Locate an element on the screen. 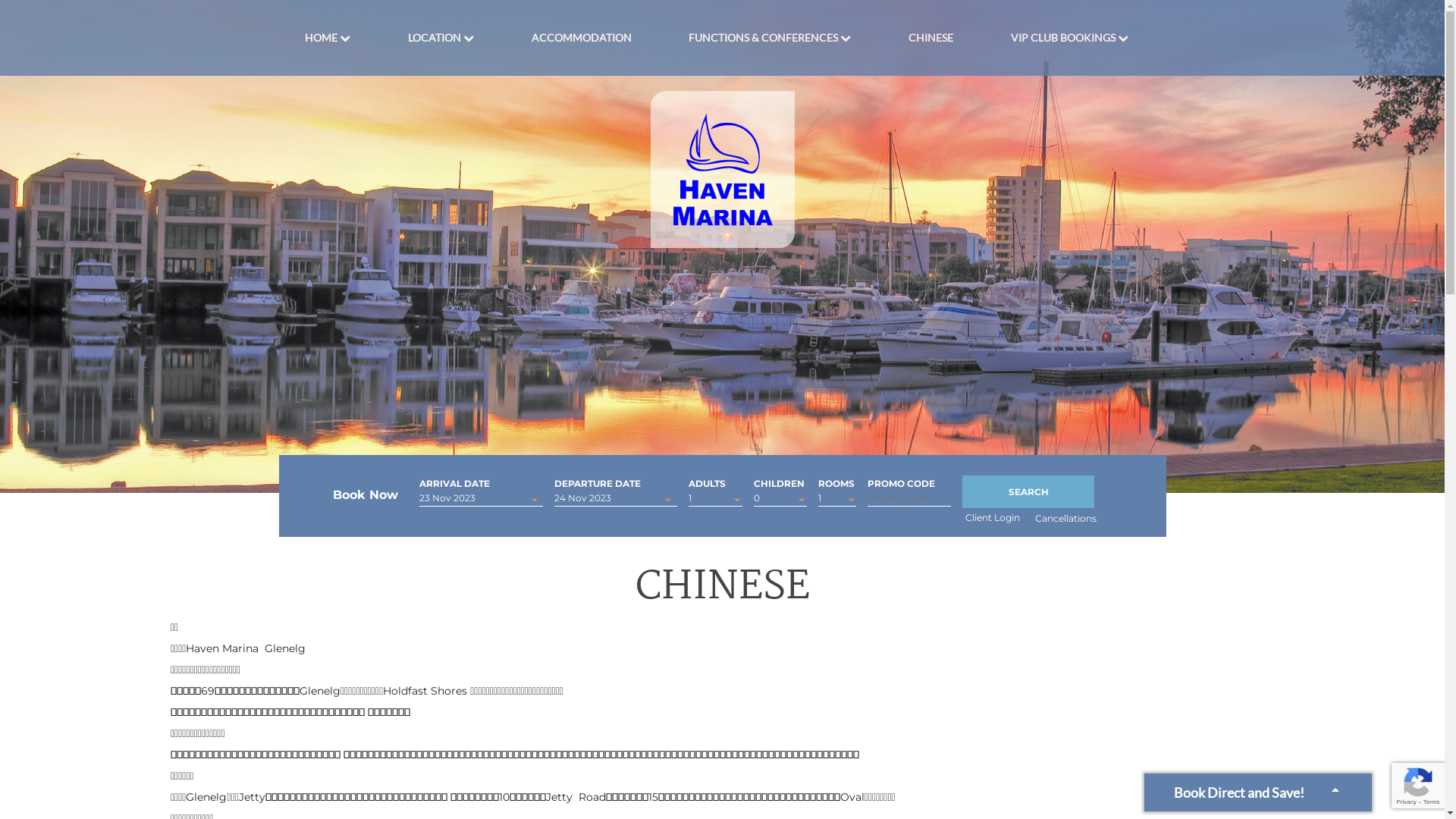 Image resolution: width=1456 pixels, height=819 pixels. 'CHINESE' is located at coordinates (930, 37).